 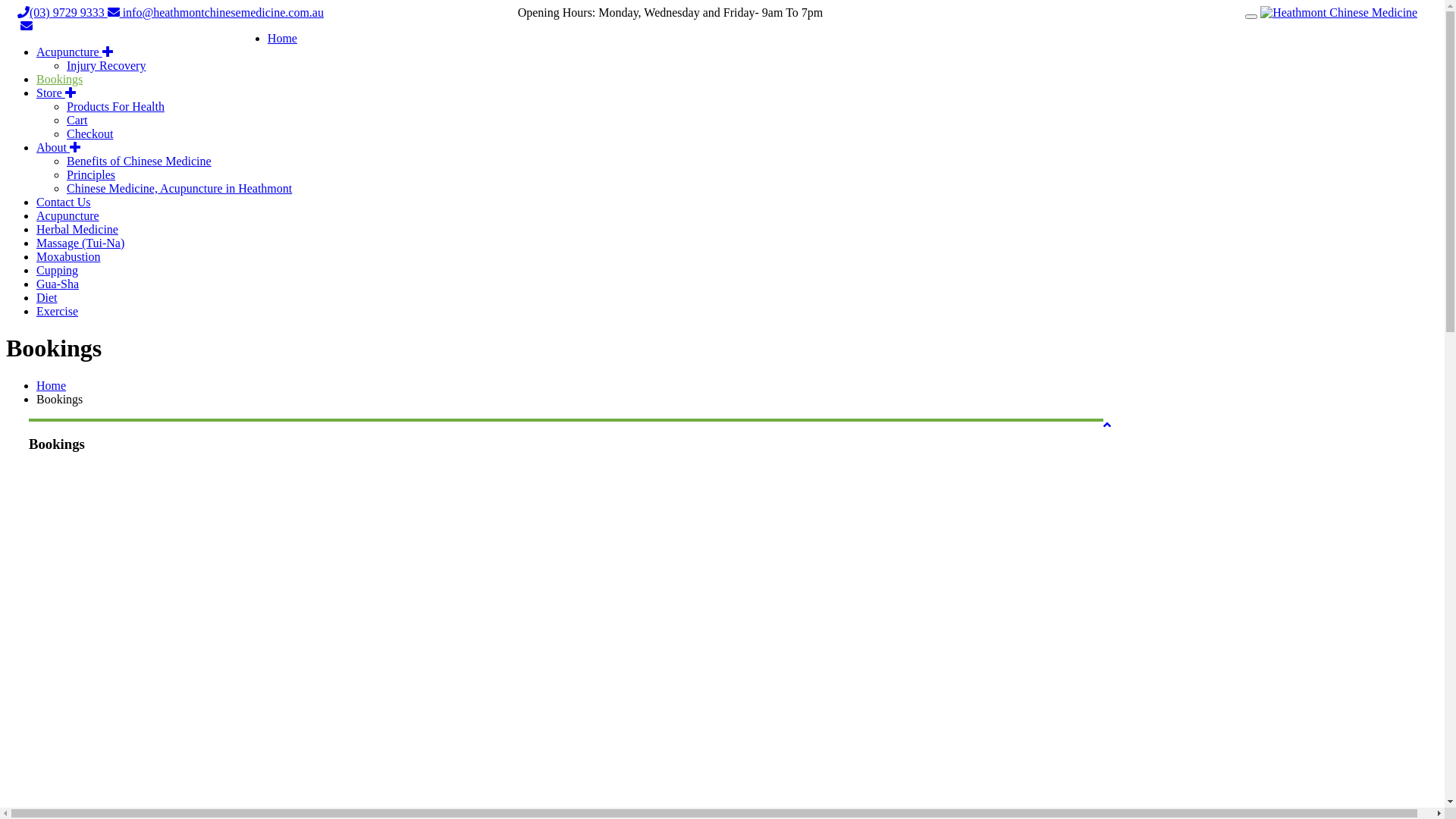 I want to click on 'Cupping', so click(x=57, y=269).